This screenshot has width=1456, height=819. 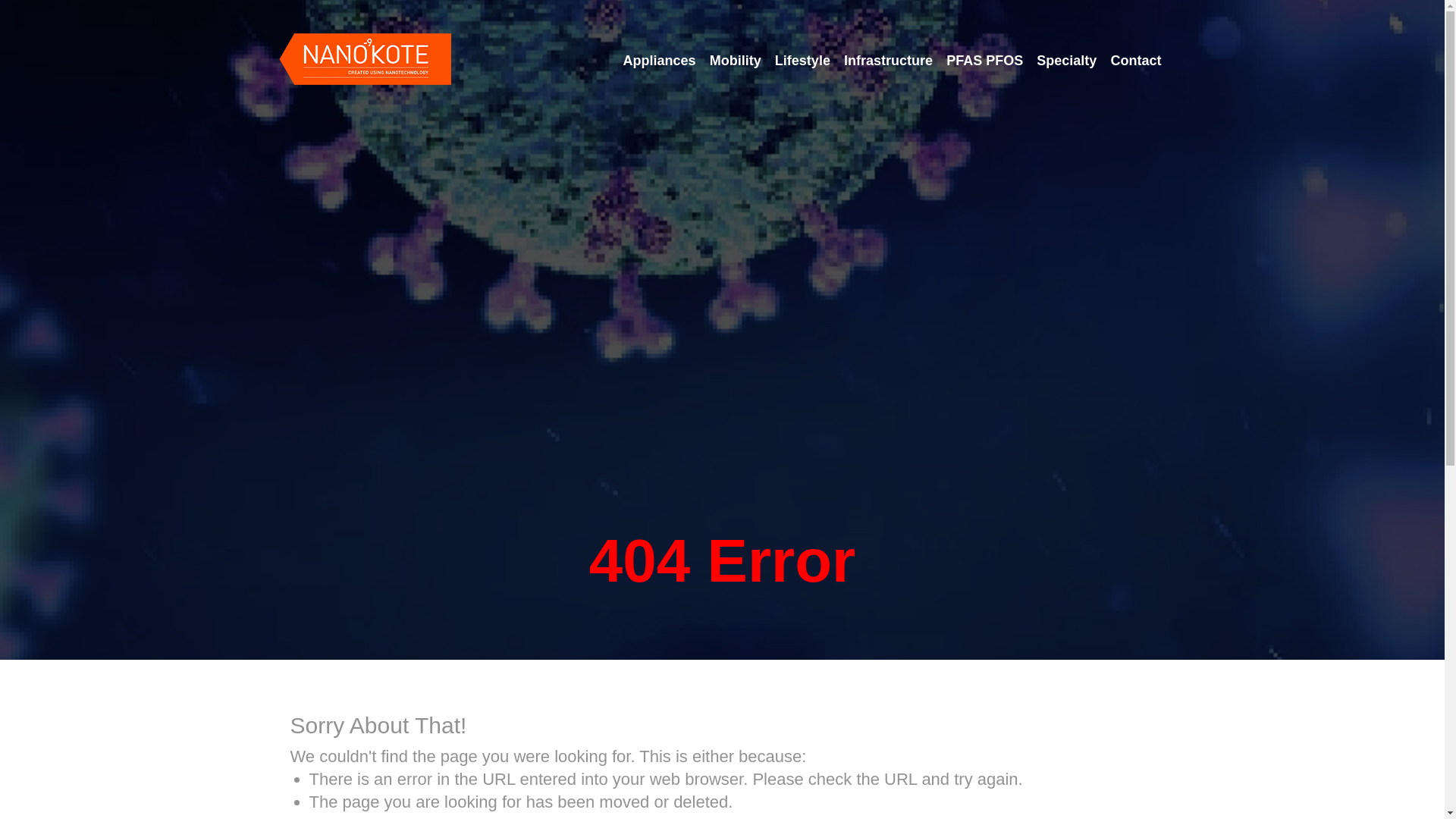 I want to click on 'Specialty', so click(x=1065, y=60).